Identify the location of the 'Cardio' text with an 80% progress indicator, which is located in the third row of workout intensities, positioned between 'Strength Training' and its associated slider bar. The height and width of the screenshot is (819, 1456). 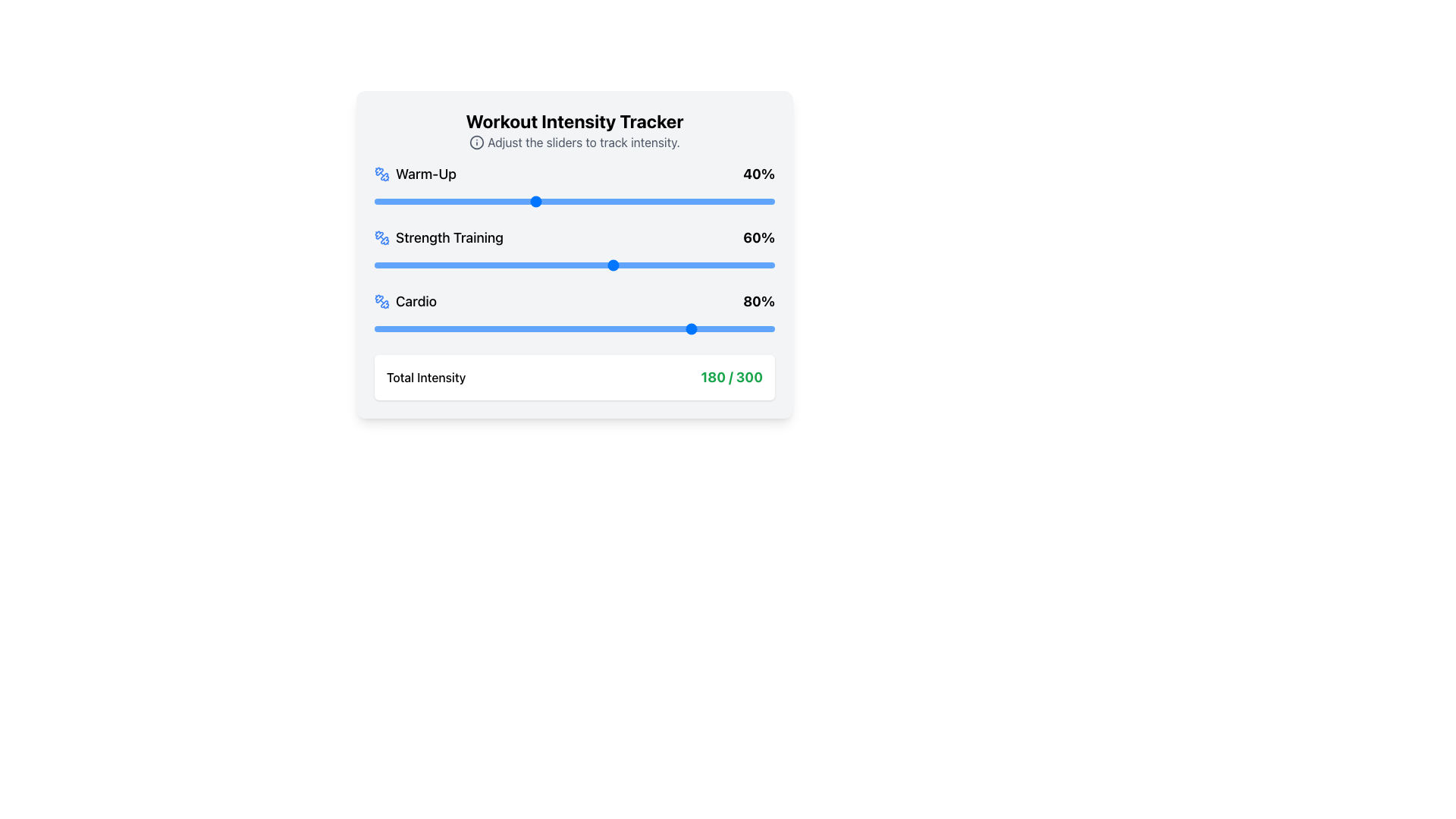
(574, 301).